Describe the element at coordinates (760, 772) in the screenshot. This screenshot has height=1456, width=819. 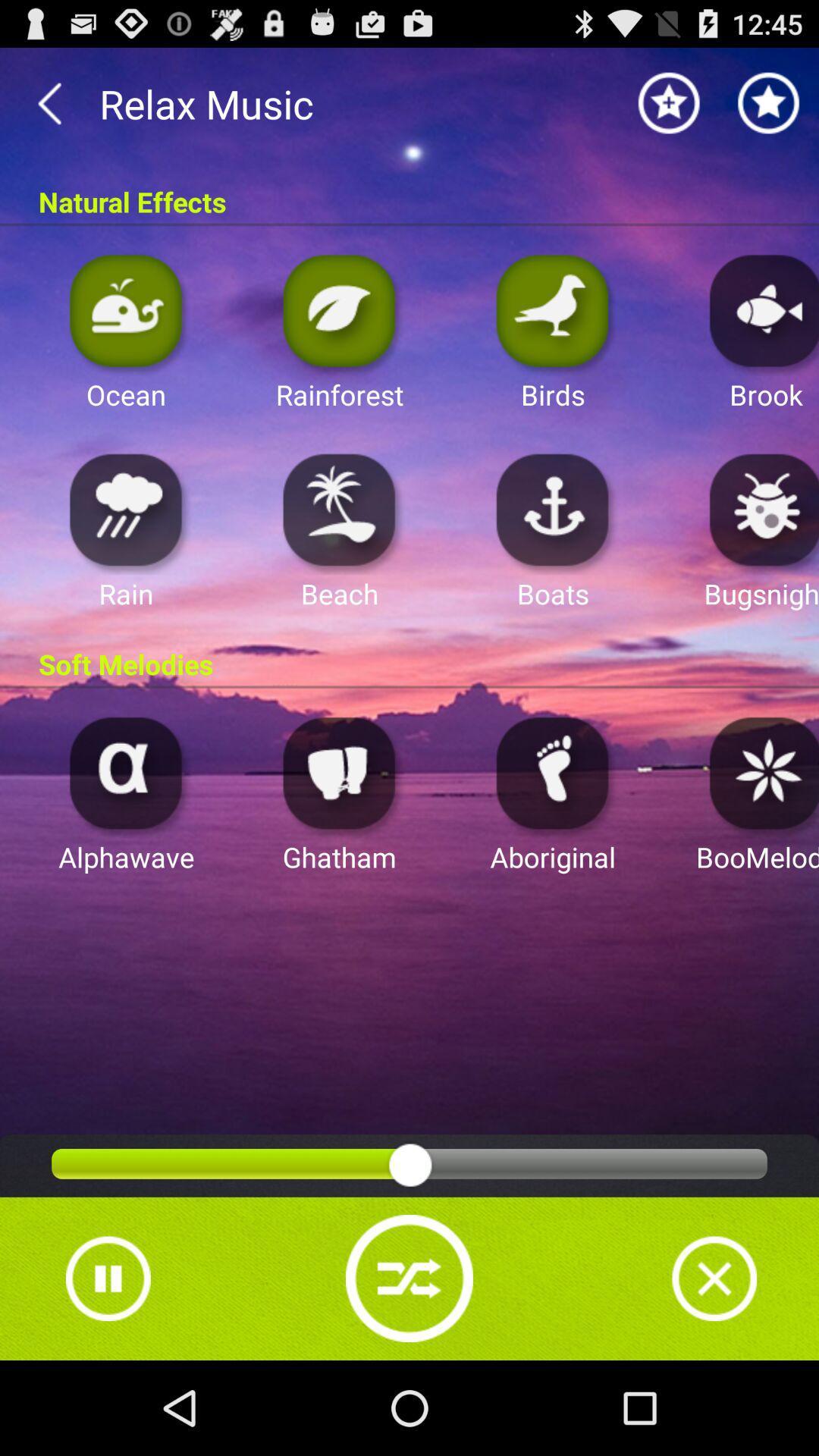
I see `the boomeload button` at that location.